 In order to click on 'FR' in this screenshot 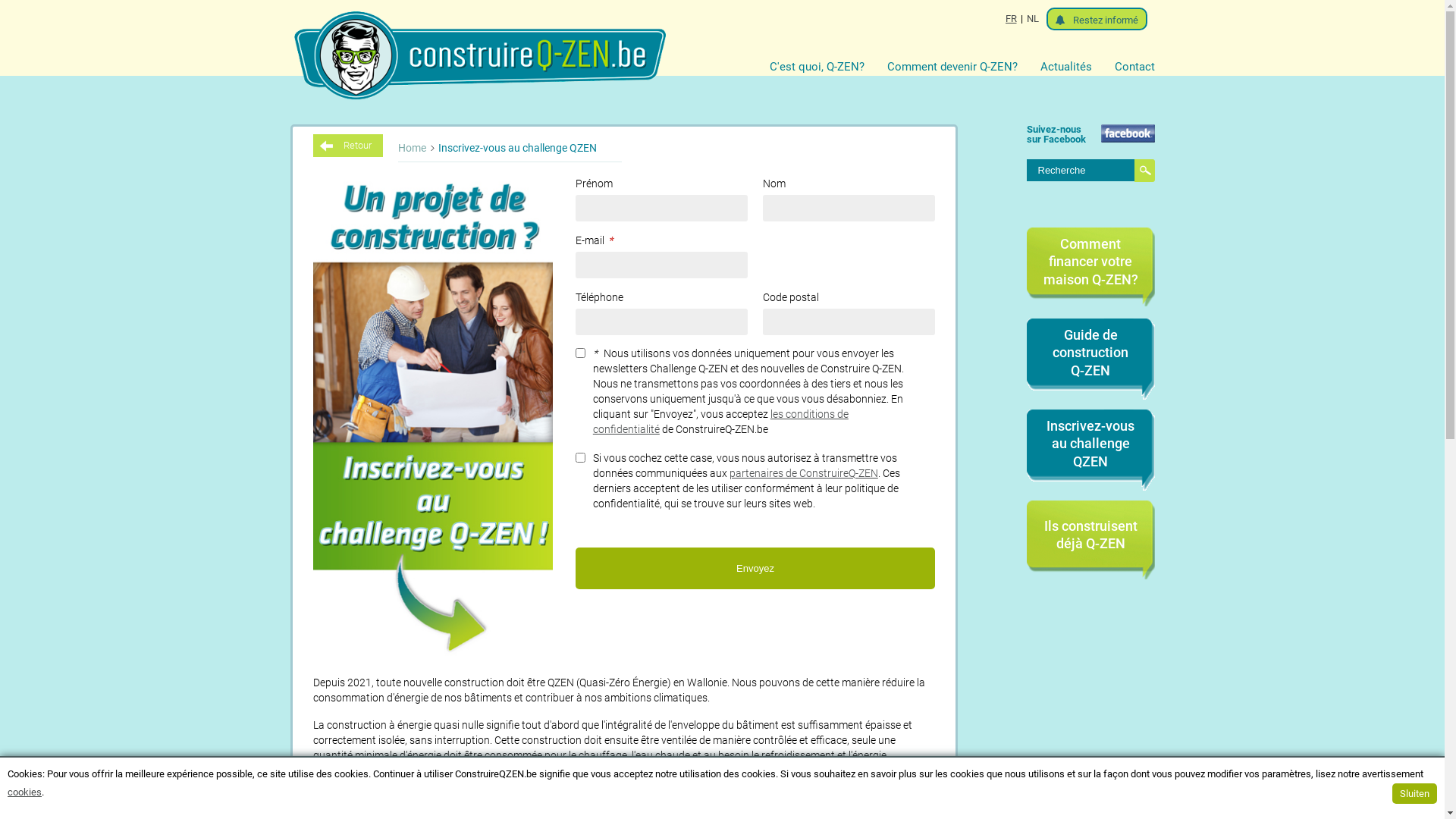, I will do `click(1011, 18)`.